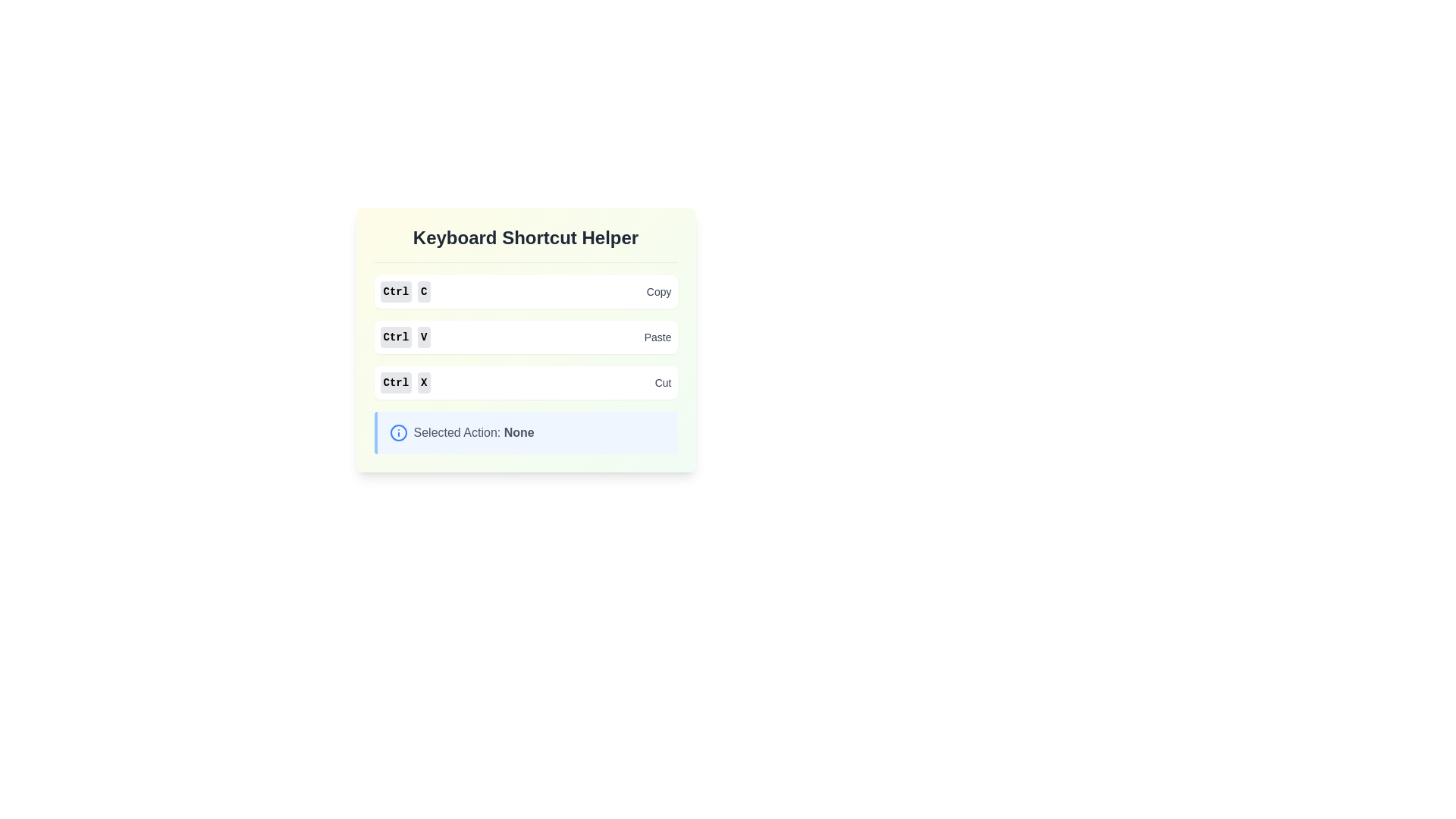  I want to click on the static text label displaying the word 'Cut', so click(663, 382).